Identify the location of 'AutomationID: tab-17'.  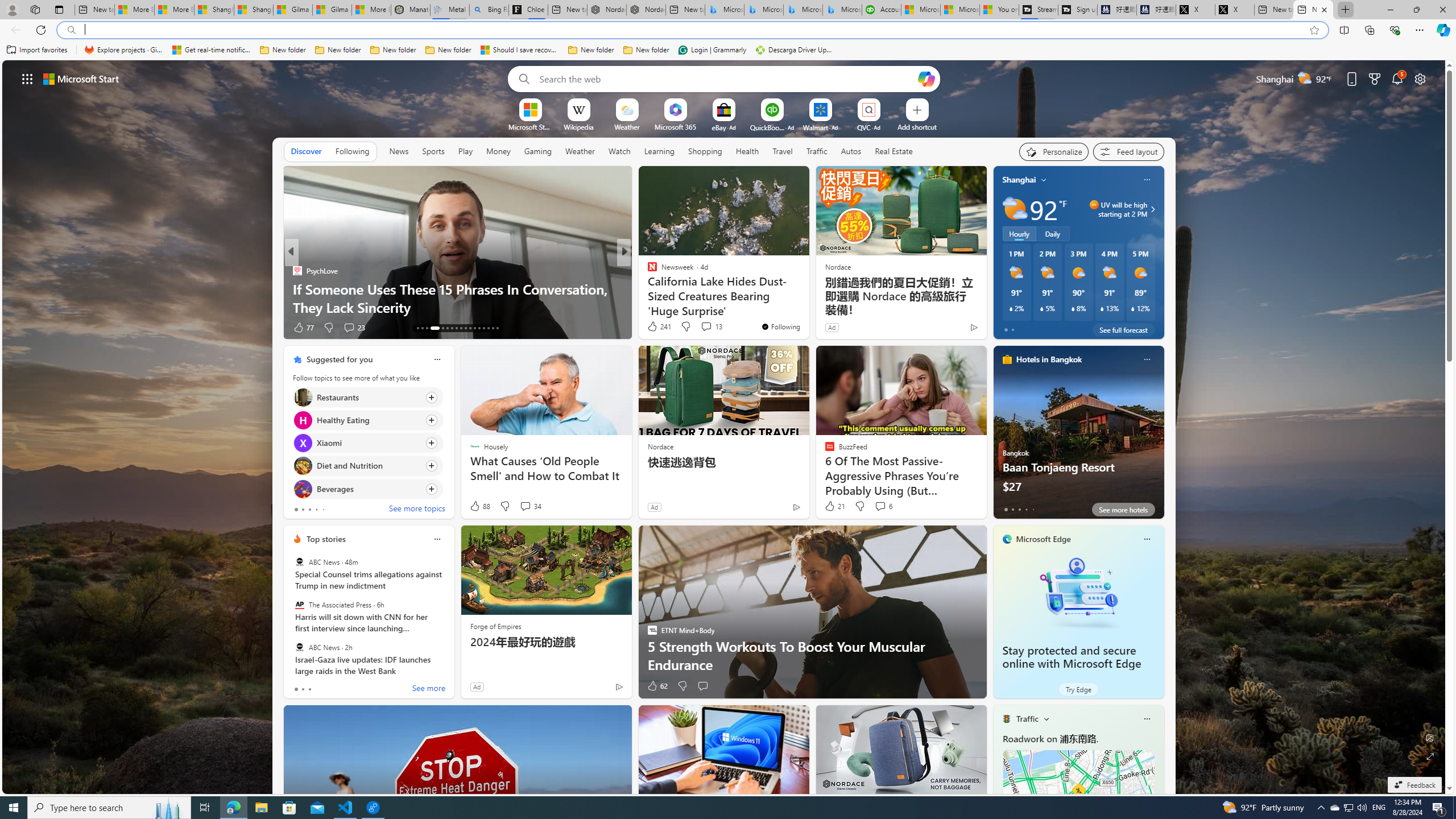
(440, 328).